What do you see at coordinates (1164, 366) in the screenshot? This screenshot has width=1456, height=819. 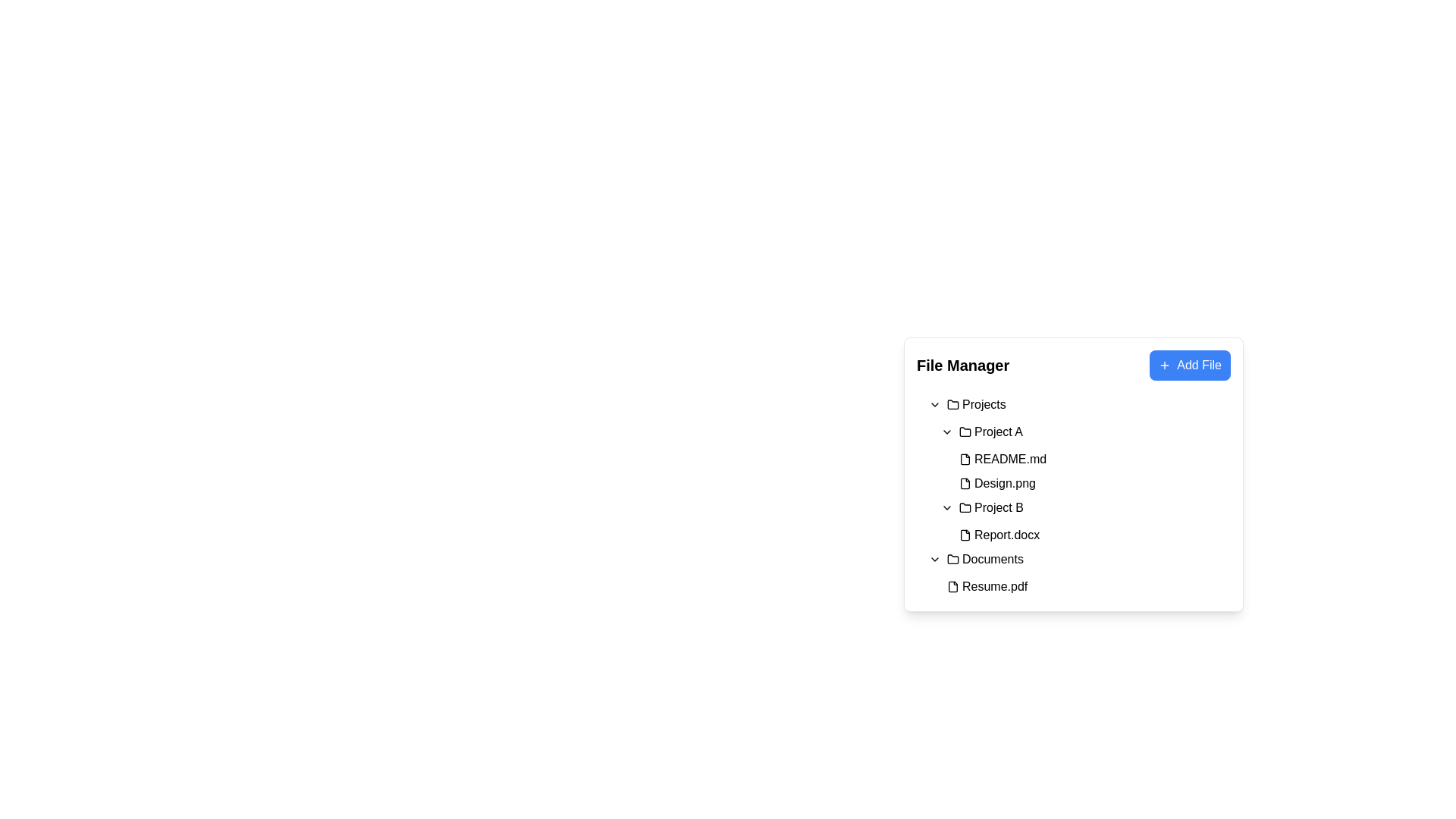 I see `the plus symbol icon inside the blue button labeled 'Add File' located in the top-right corner of the File Manager interface` at bounding box center [1164, 366].